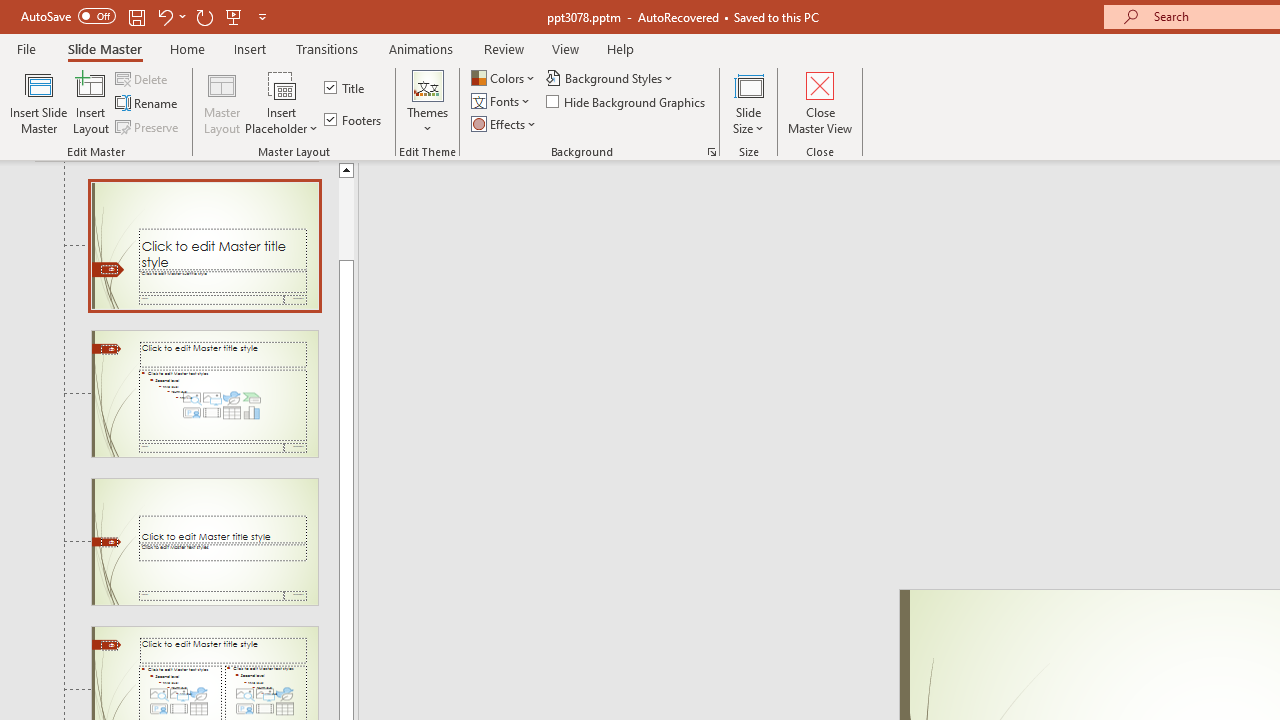 The height and width of the screenshot is (720, 1280). What do you see at coordinates (147, 103) in the screenshot?
I see `'Rename'` at bounding box center [147, 103].